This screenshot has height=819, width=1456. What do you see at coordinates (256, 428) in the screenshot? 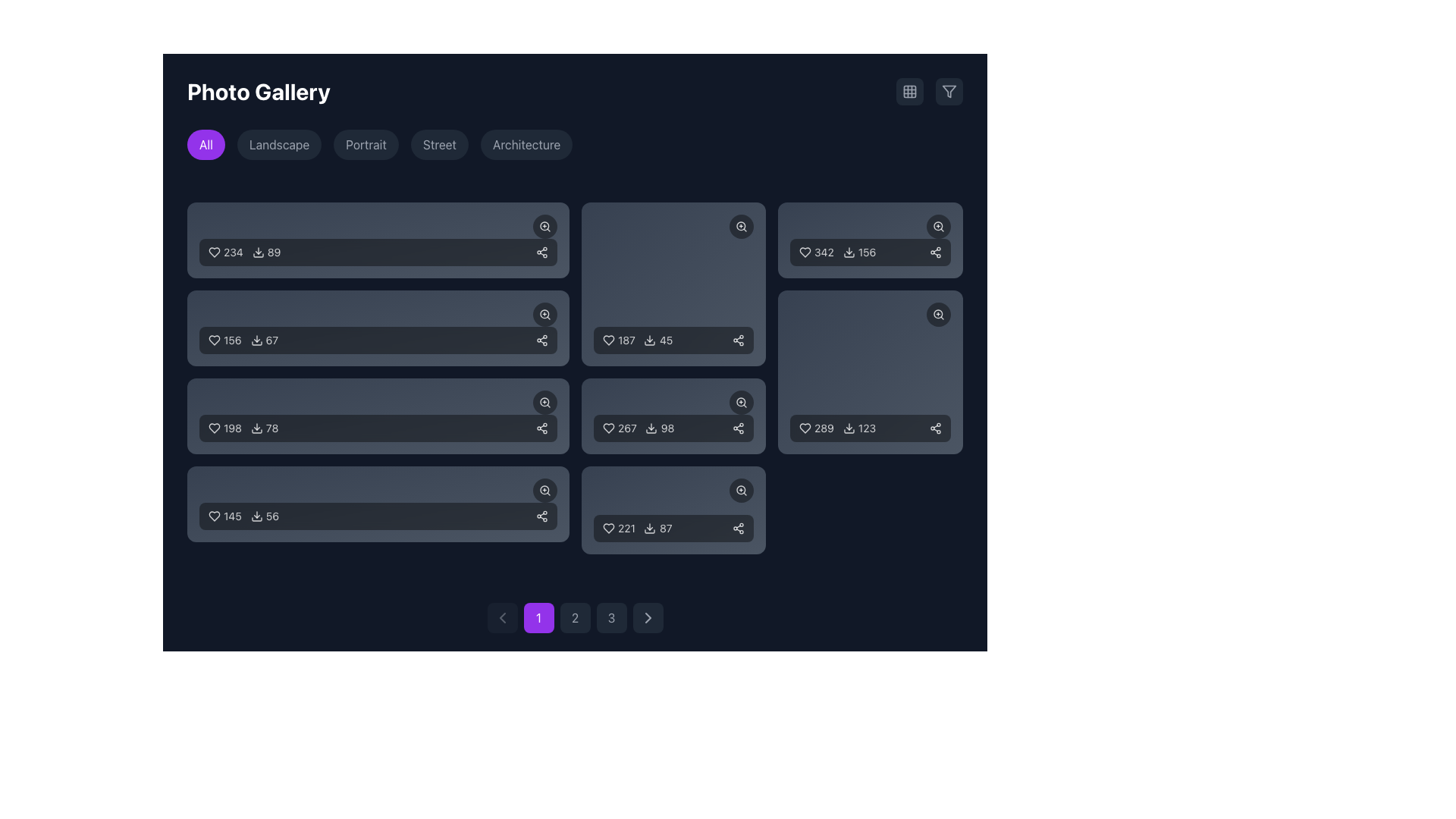
I see `the download icon, which is a small SVG icon resembling a download with a downward arrow pointing into an open box, located in the third row of the gallery entry blocks, to the left of the numerical text '78'` at bounding box center [256, 428].